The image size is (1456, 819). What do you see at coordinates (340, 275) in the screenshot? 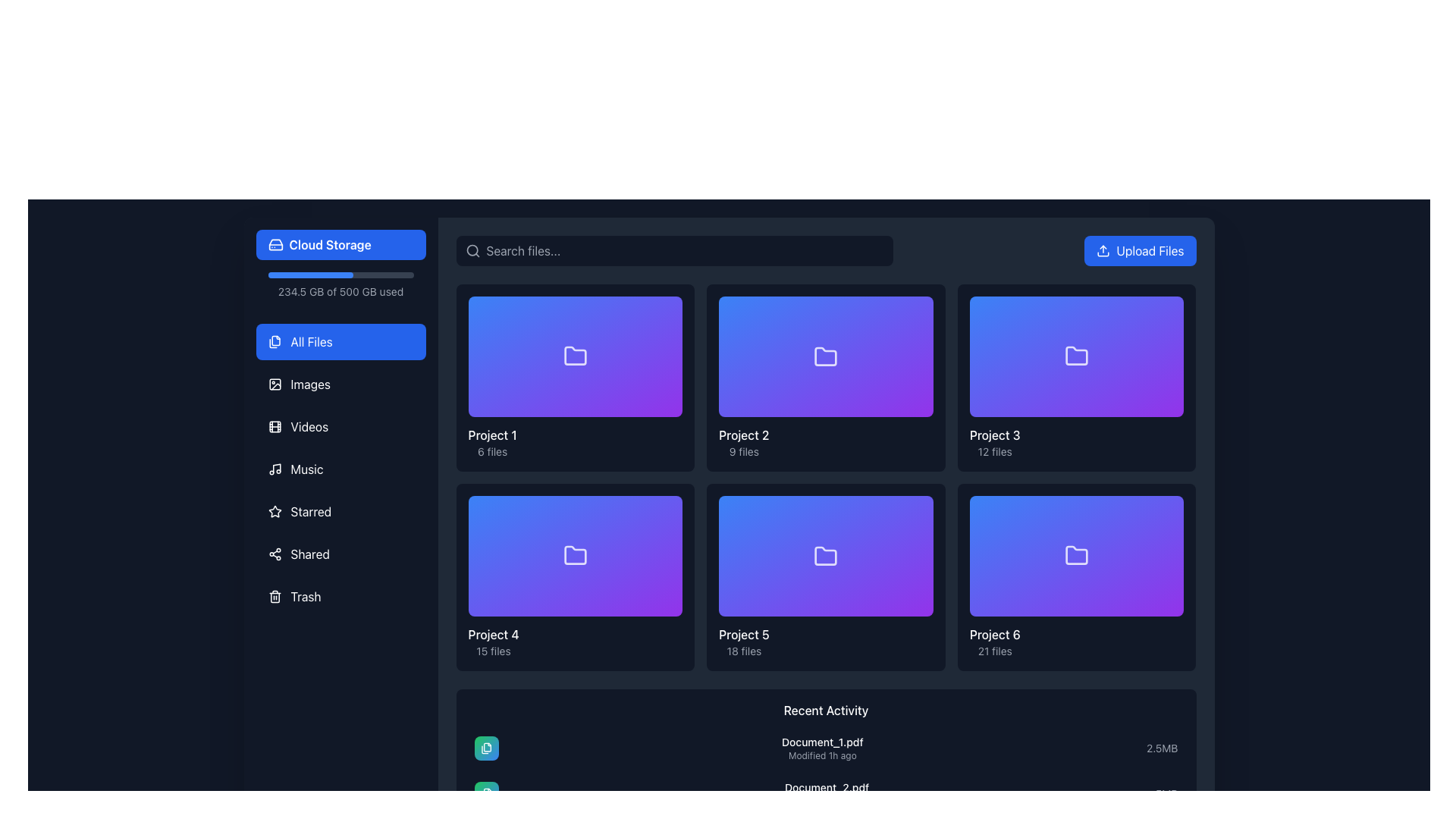
I see `the thin progress bar with a gray background and a partially filled blue segment, located below the 'Cloud Storage' title and above the '234.5 GB of 500 GB used' text` at bounding box center [340, 275].